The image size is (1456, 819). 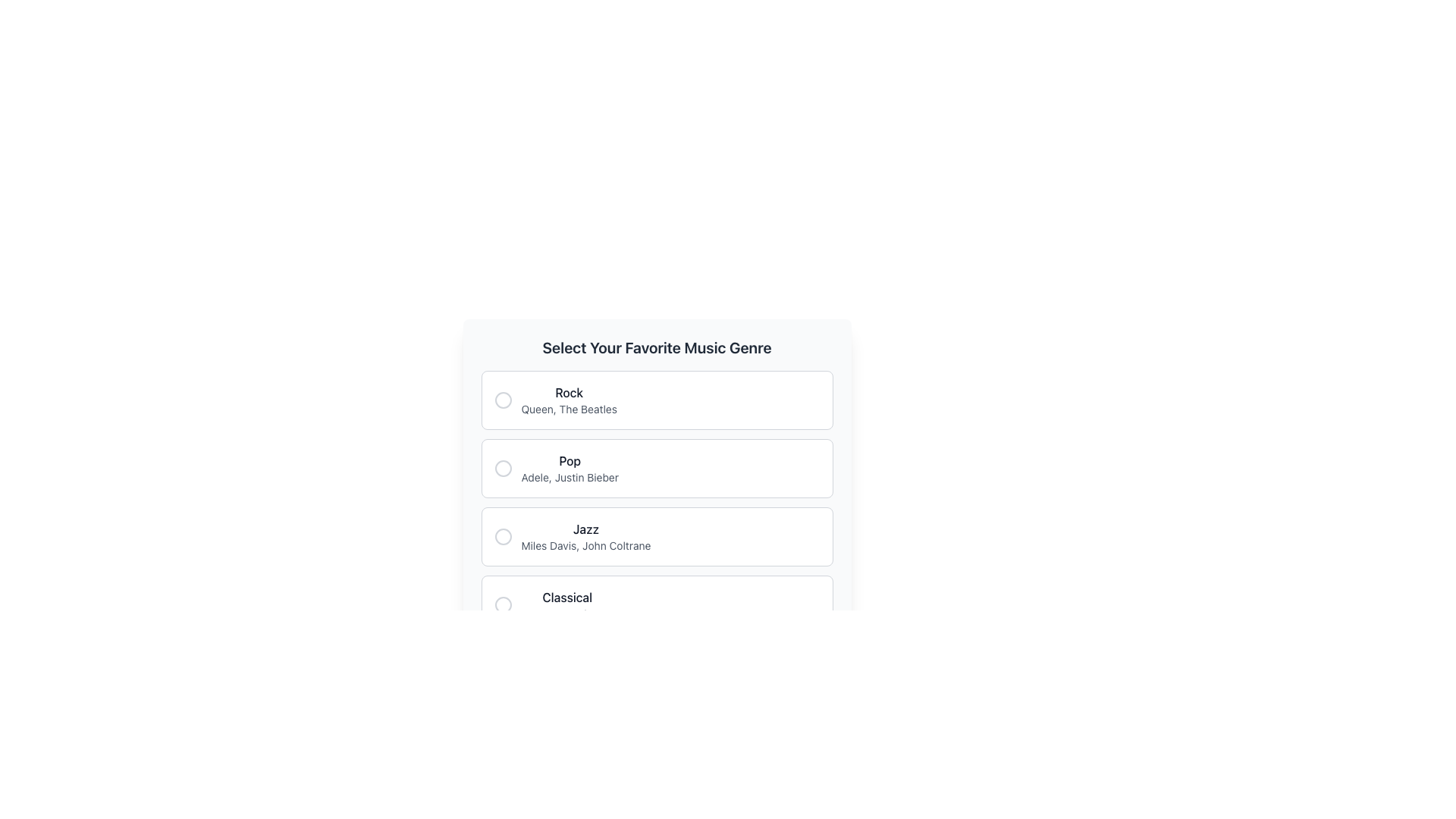 I want to click on the circular radio button, so click(x=503, y=400).